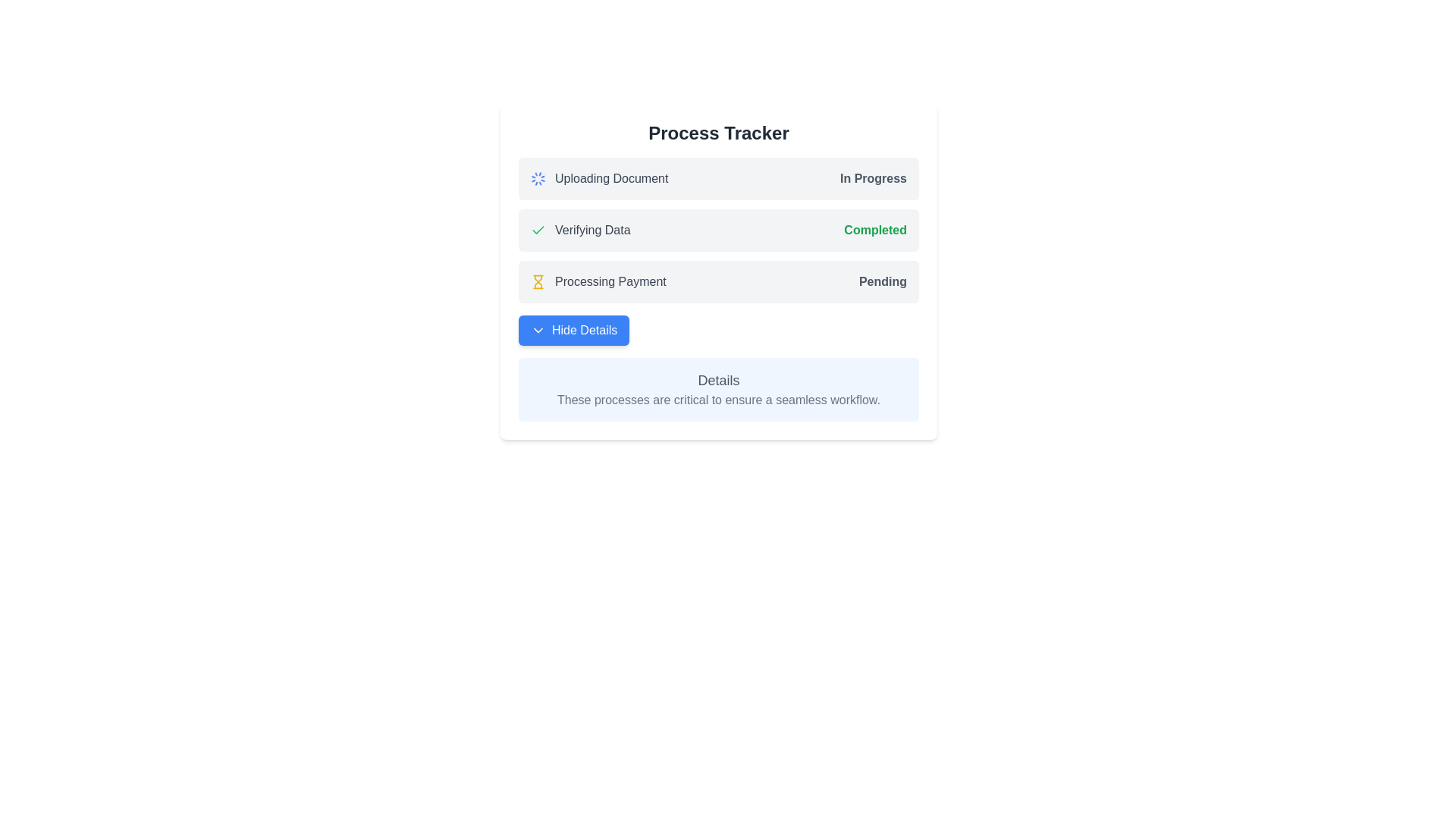 The height and width of the screenshot is (819, 1456). I want to click on text content of the Status indicator labeled 'Verifying Data' with a green checkmark icon, which is the second element in the Process Tracker section, so click(718, 231).